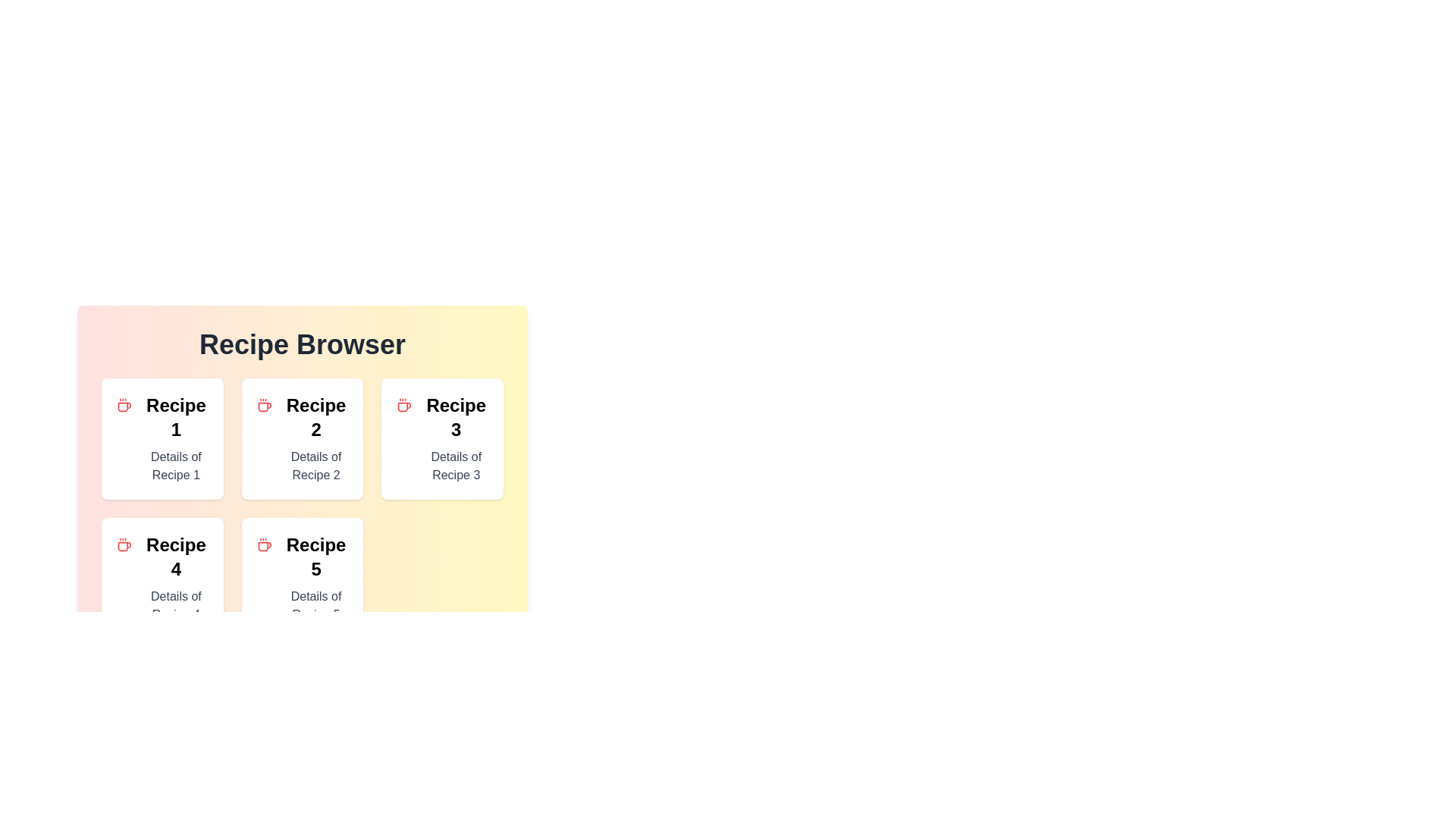 This screenshot has width=1456, height=819. Describe the element at coordinates (302, 579) in the screenshot. I see `the Card UI element representing 'Recipe 5', located in the second row, third column of the grid layout` at that location.